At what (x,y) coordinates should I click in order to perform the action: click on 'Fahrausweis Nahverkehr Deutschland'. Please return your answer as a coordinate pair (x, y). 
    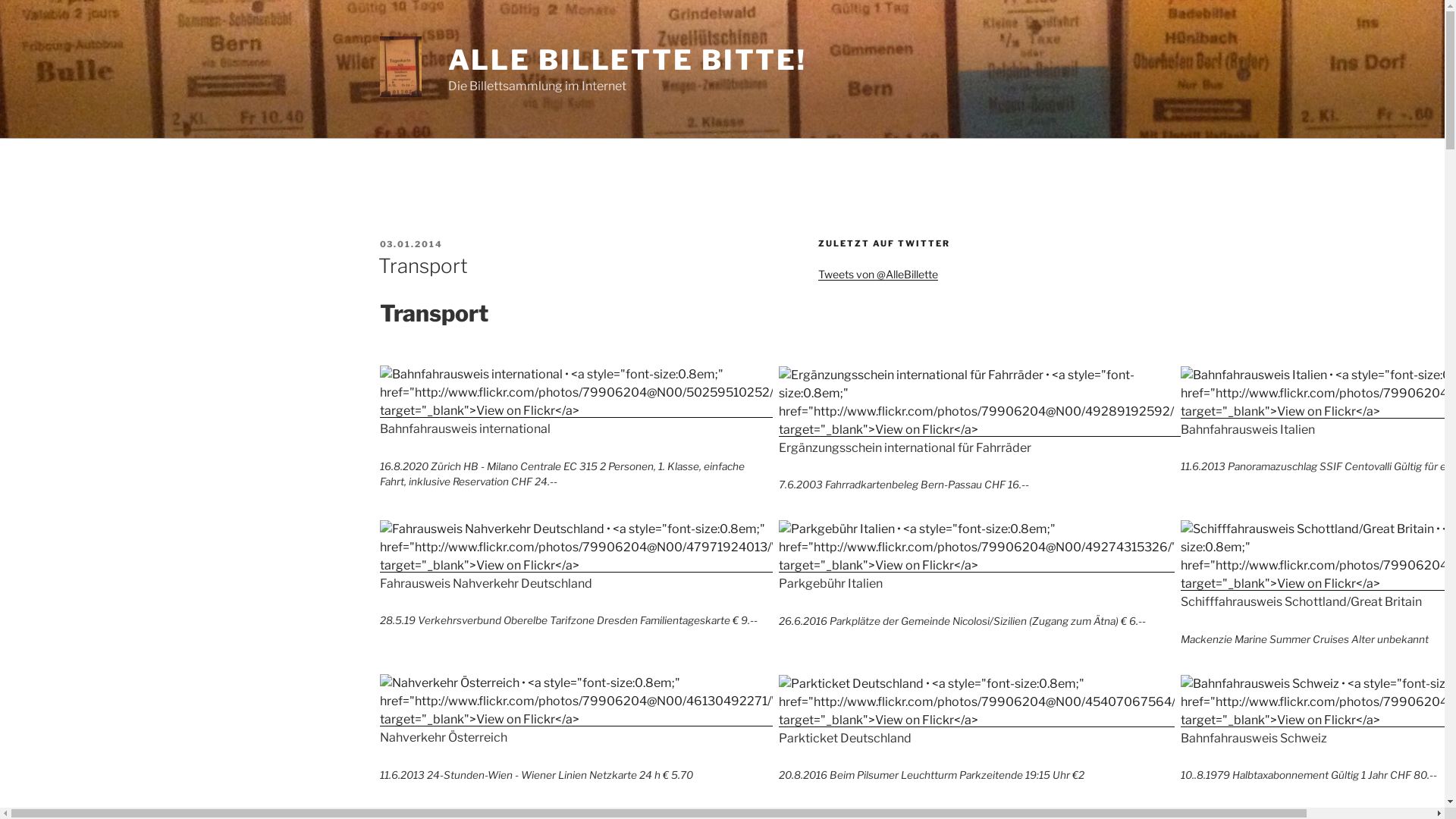
    Looking at the image, I should click on (578, 547).